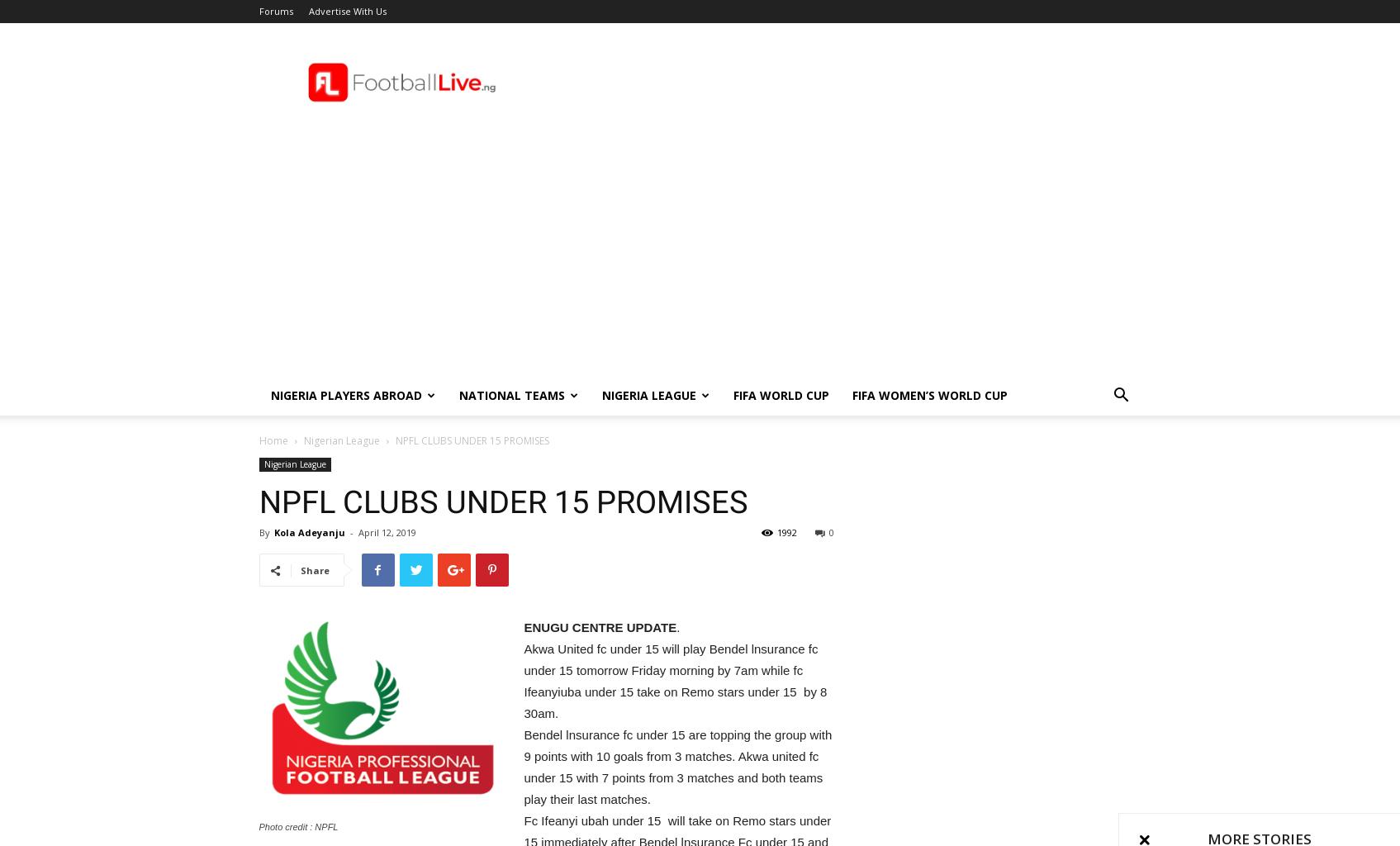  I want to click on '-', so click(349, 531).